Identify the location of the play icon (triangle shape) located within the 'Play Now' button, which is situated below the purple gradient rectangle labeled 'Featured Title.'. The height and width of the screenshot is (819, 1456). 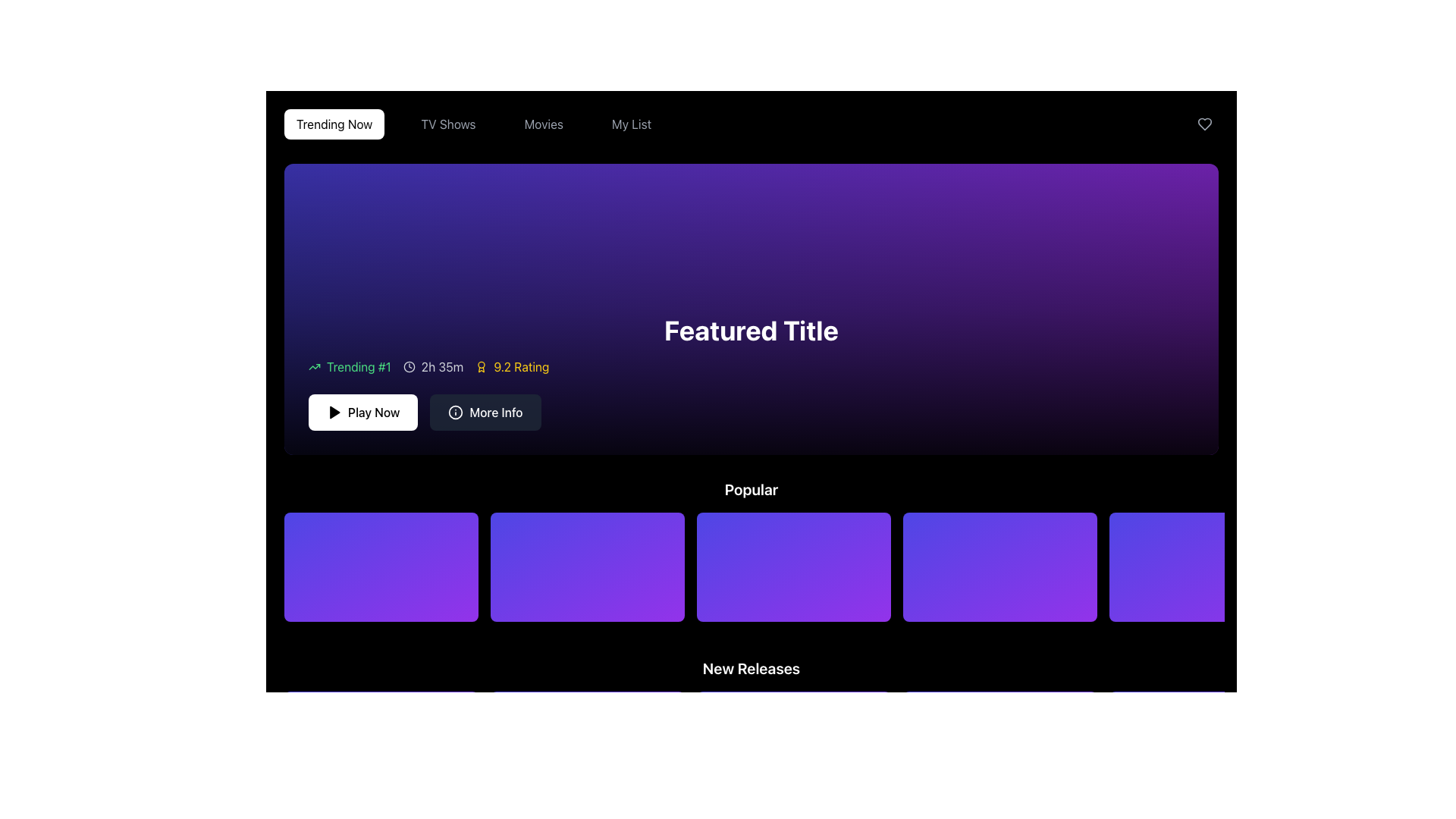
(334, 412).